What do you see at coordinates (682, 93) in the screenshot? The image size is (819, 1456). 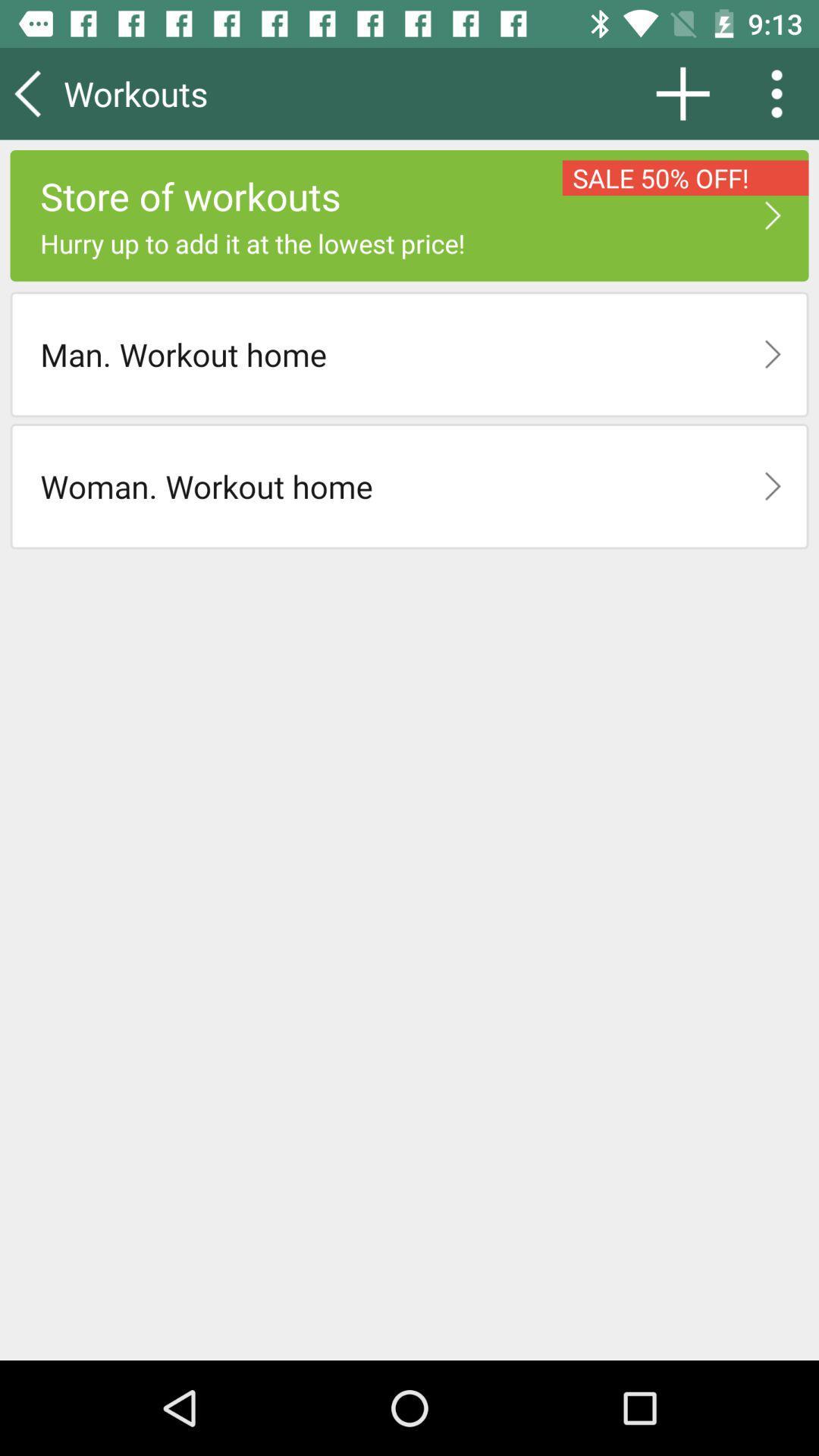 I see `item to the right of the workouts app` at bounding box center [682, 93].